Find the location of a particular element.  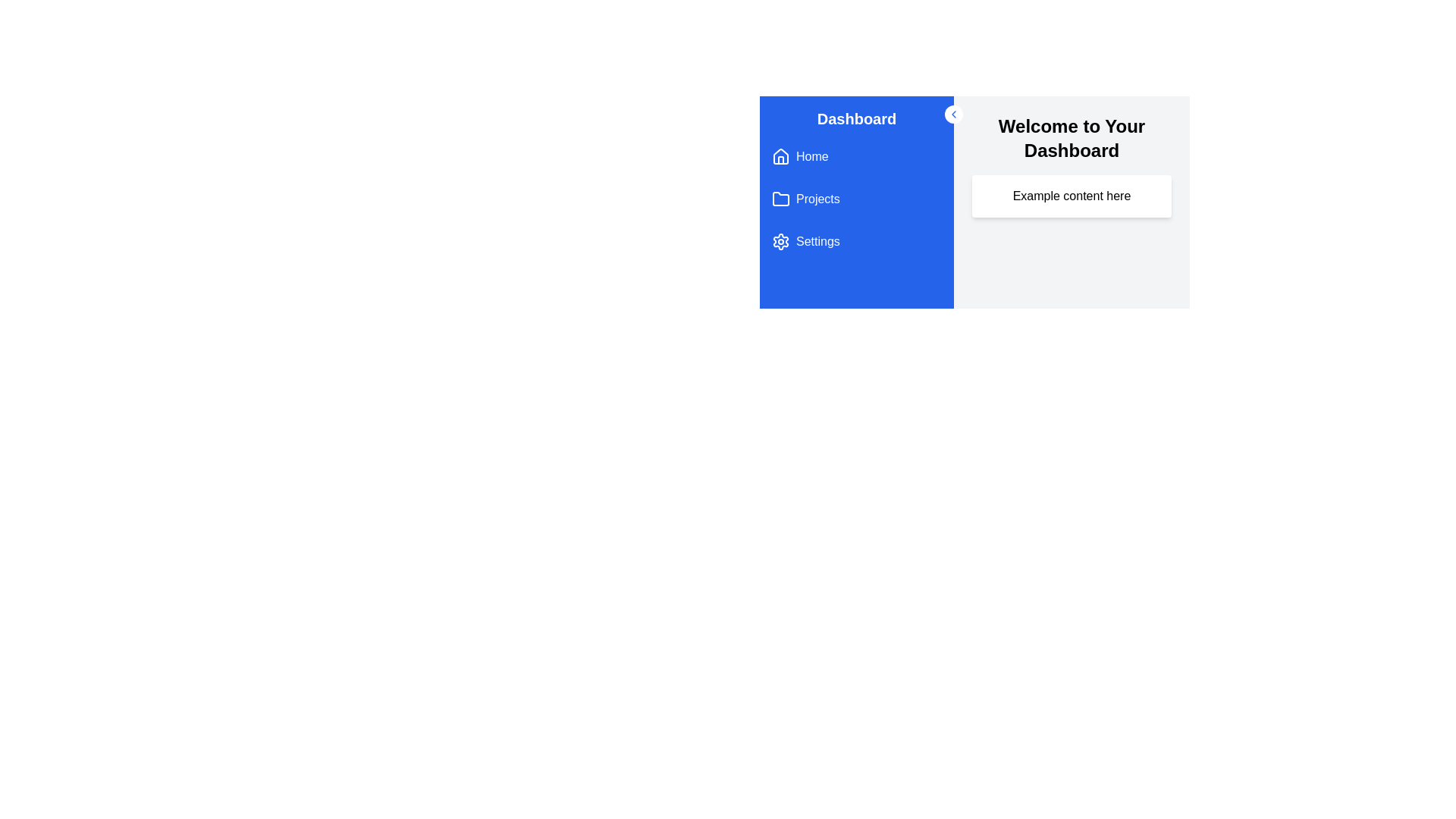

the circular button with a white background and blue chevron icon pointing left, located at the upper right corner of the blue sidebar is located at coordinates (952, 113).